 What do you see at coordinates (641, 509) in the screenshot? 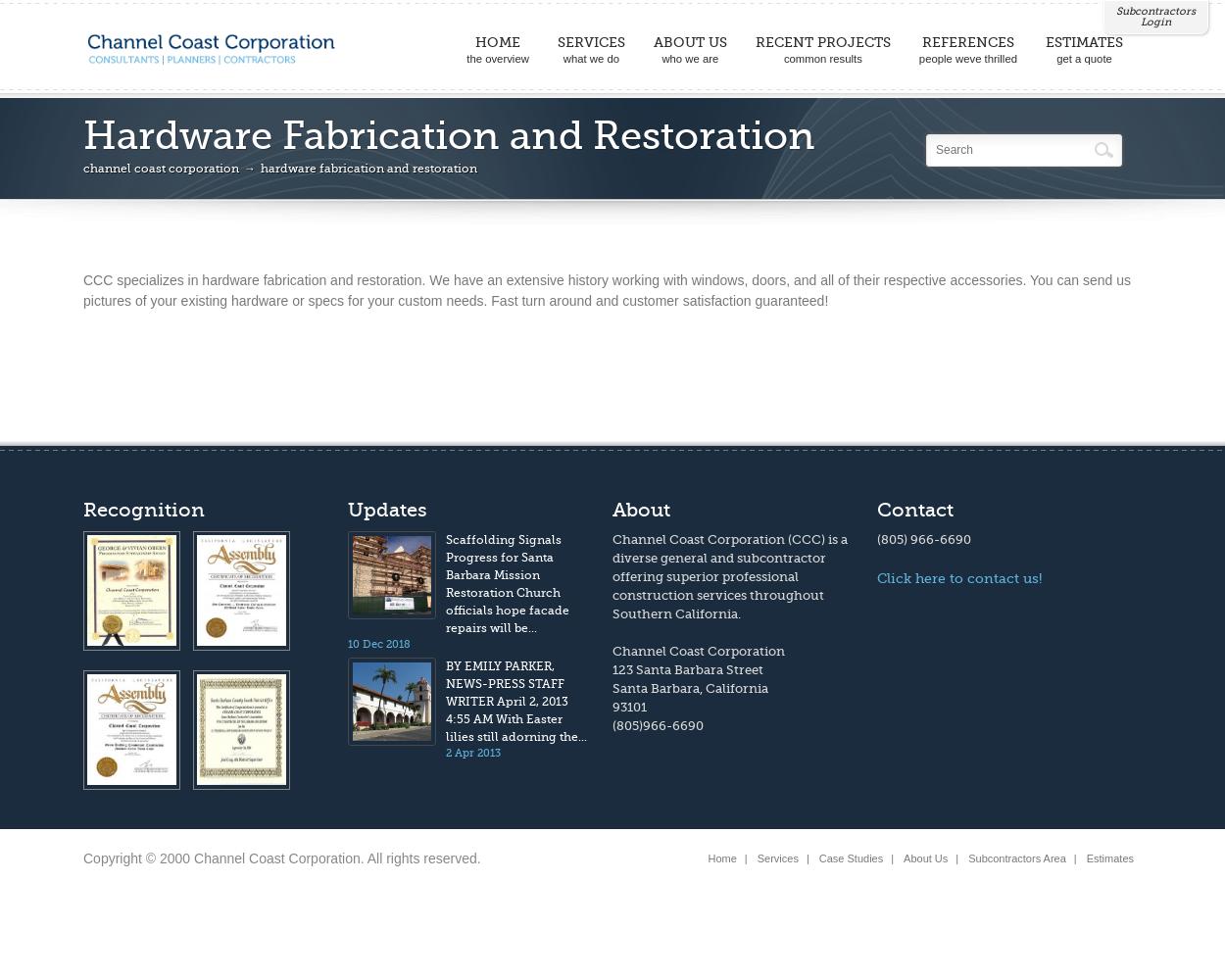
I see `'About'` at bounding box center [641, 509].